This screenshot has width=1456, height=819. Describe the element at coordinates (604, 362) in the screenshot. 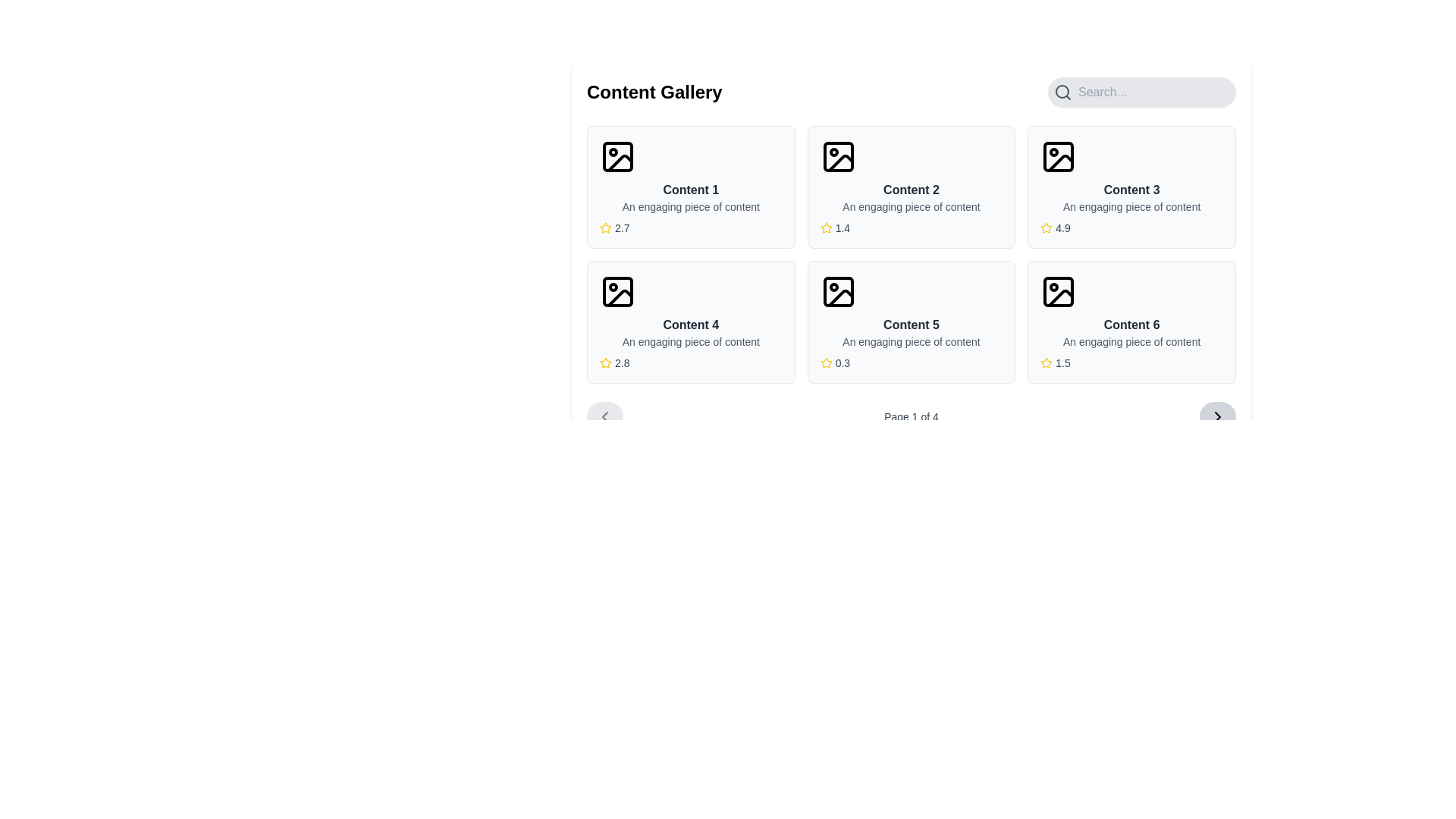

I see `the star rating icon located in the card titled 'Content 4', which visually indicates a rating with a numerical value of '2.8'` at that location.